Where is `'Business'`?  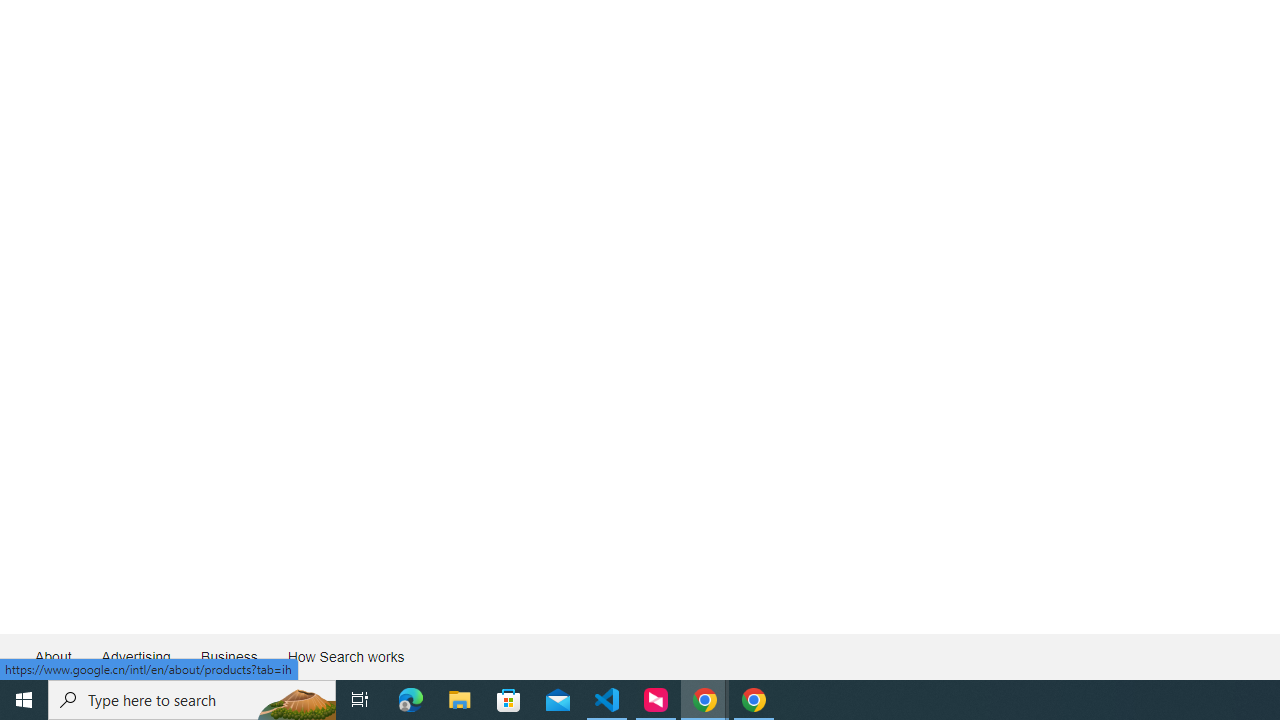
'Business' is located at coordinates (229, 657).